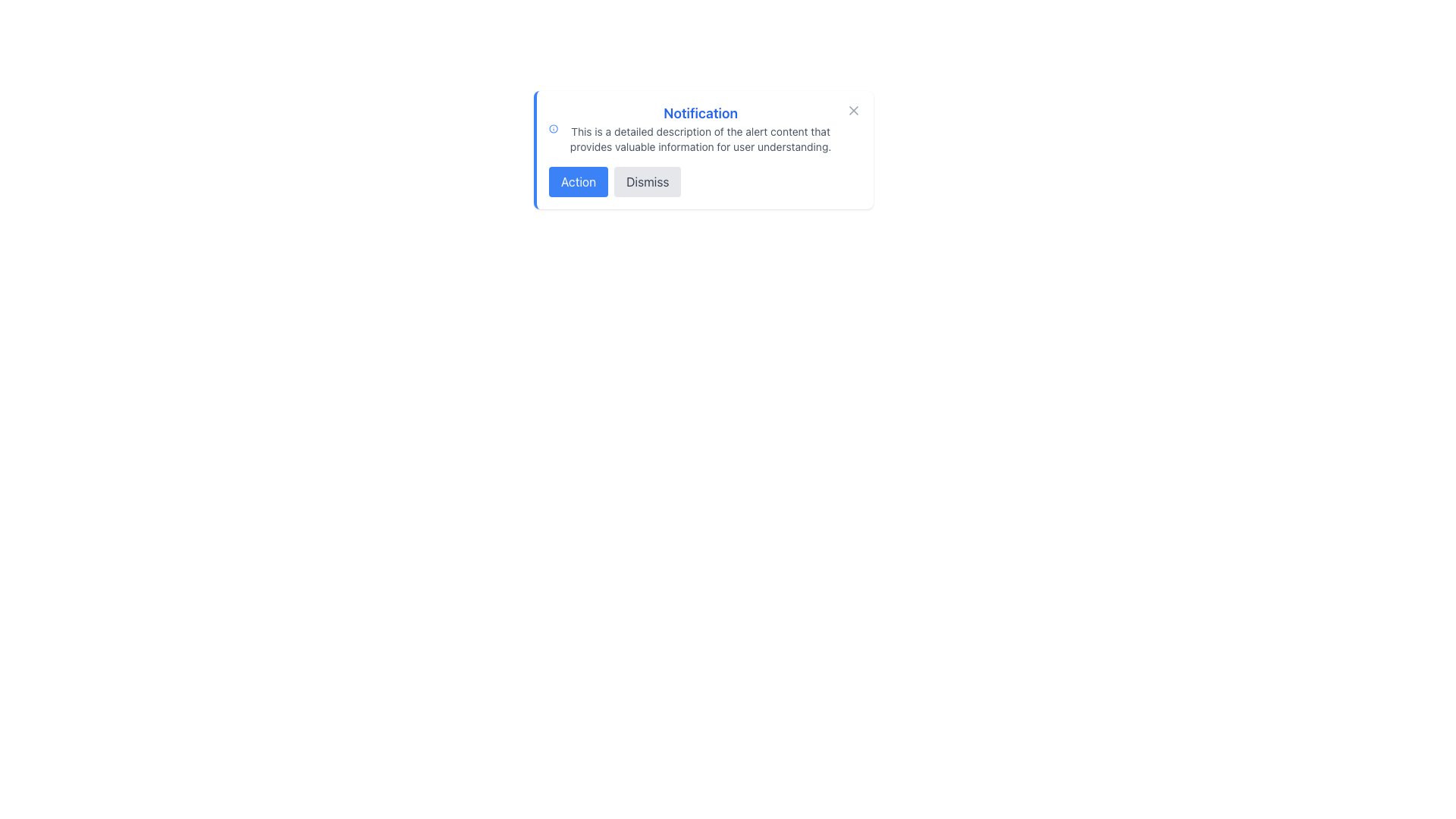  Describe the element at coordinates (854, 110) in the screenshot. I see `the close button located at the top-right corner of the notification alert box to change its color` at that location.